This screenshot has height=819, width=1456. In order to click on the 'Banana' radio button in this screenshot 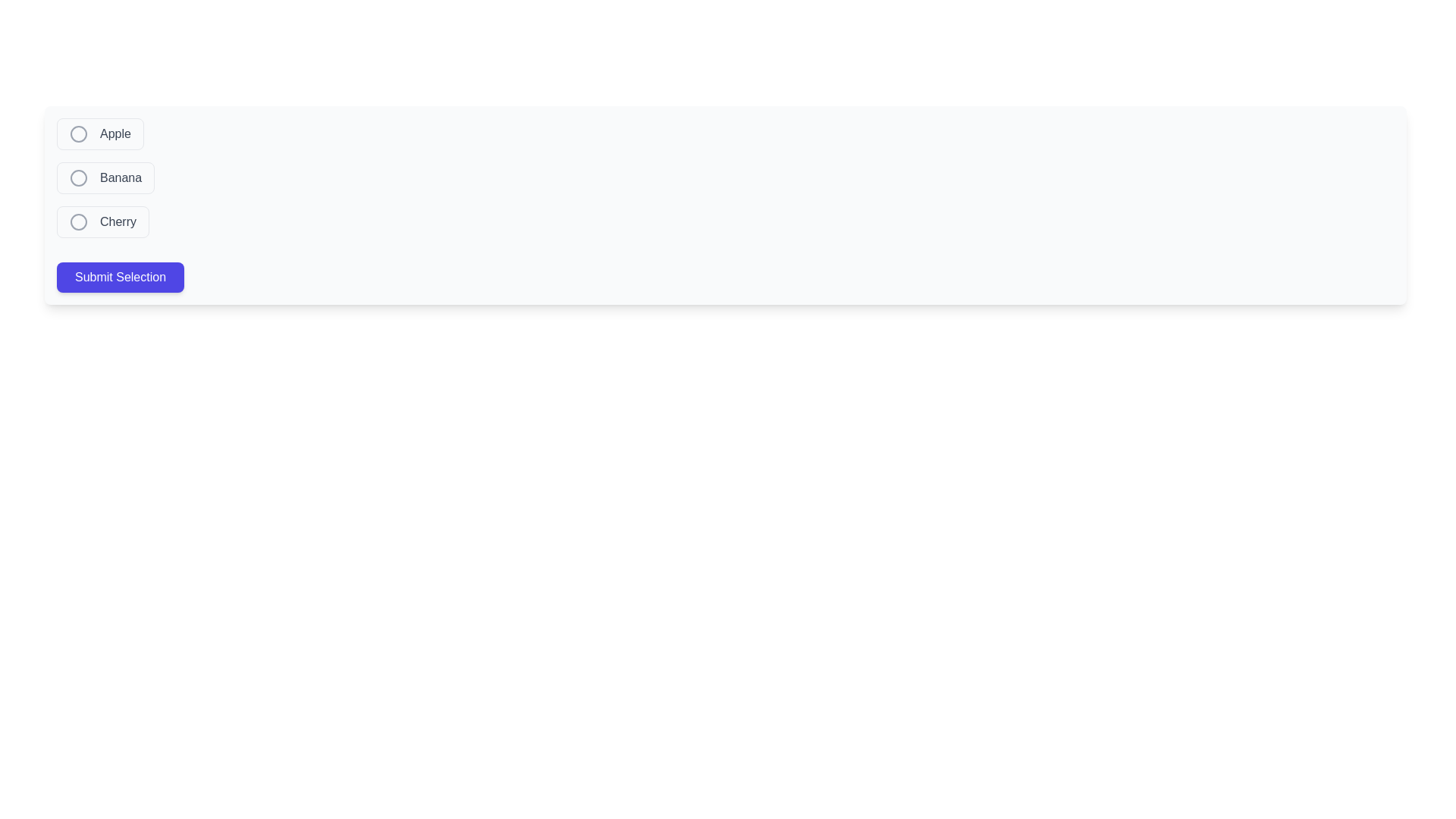, I will do `click(105, 177)`.